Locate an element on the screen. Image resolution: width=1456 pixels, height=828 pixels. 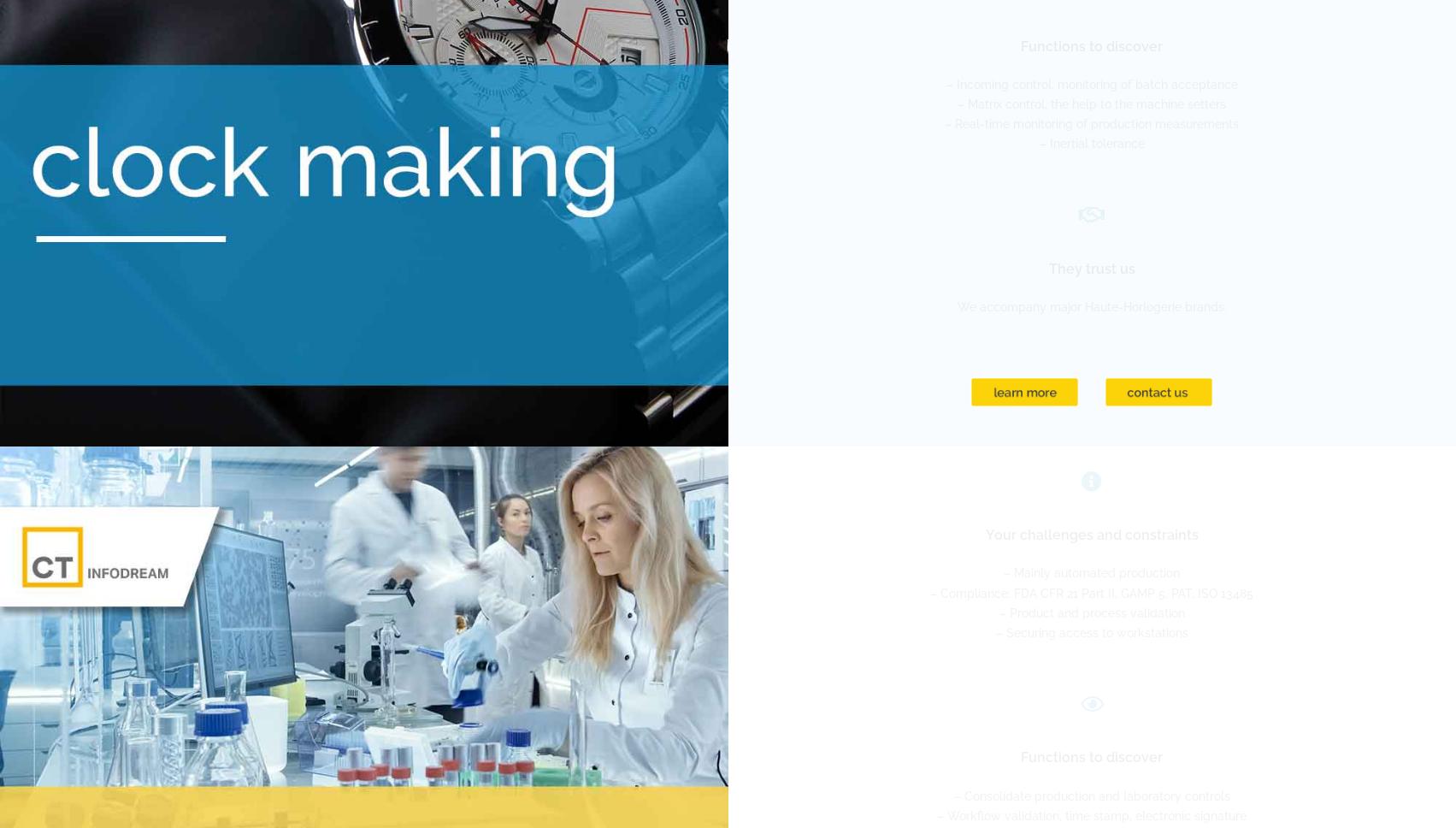
'– Workflow validation, time stamp, electronic signature' is located at coordinates (1091, 813).